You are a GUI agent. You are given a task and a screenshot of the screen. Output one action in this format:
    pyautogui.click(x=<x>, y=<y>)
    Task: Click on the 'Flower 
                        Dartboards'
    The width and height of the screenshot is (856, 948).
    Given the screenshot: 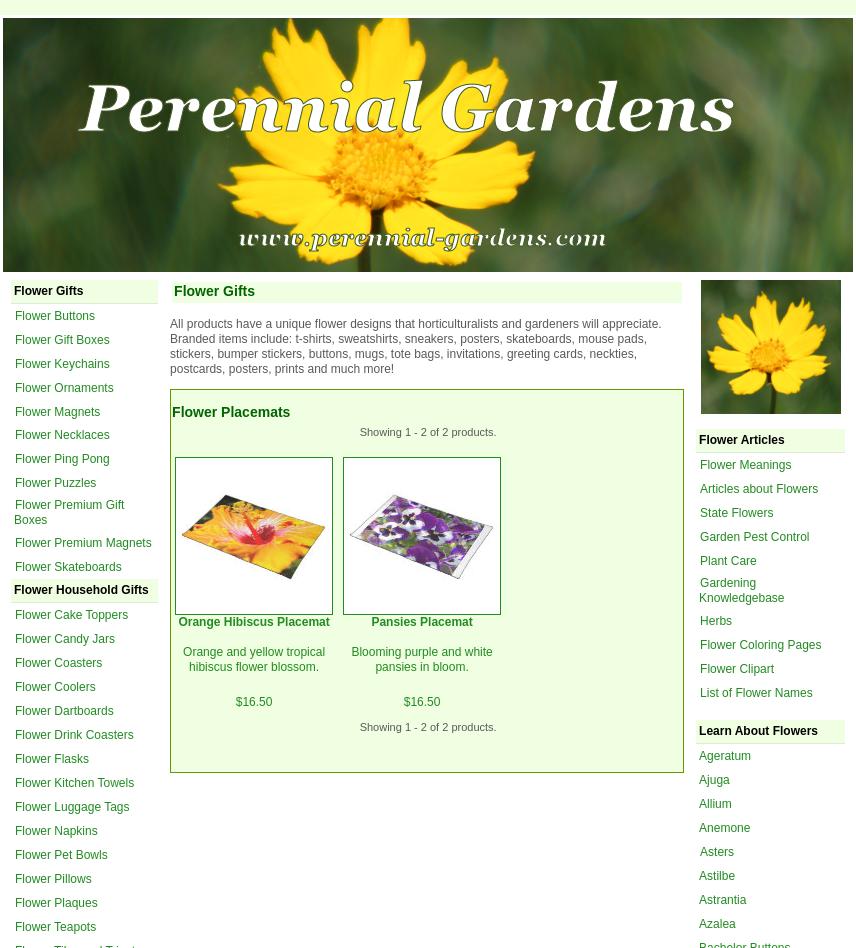 What is the action you would take?
    pyautogui.click(x=63, y=708)
    